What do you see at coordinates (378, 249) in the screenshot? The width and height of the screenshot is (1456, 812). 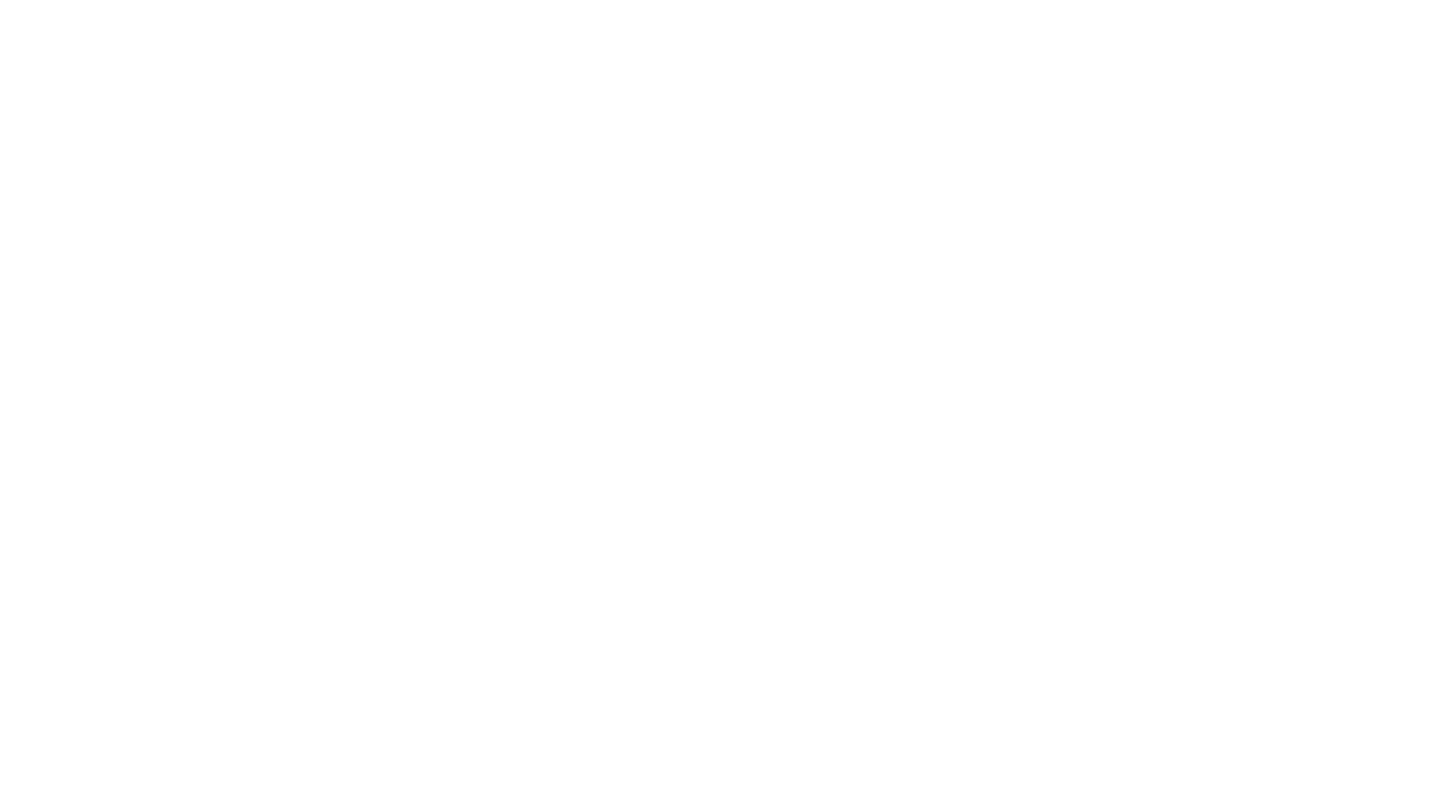 I see `'Lovelace Hospital.'` at bounding box center [378, 249].